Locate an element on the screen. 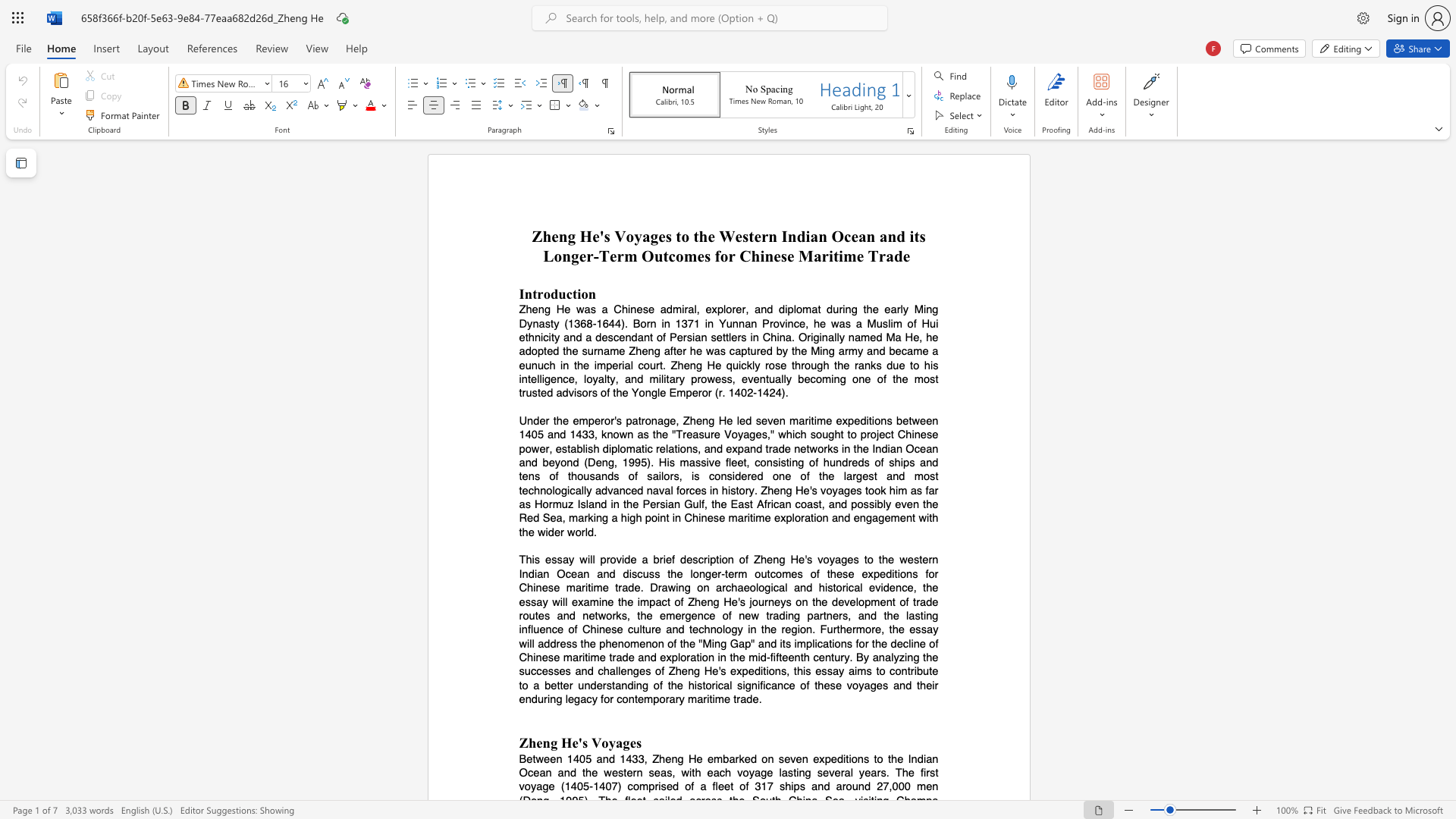  the space between the continuous character "u" and "g" in the text is located at coordinates (827, 435).